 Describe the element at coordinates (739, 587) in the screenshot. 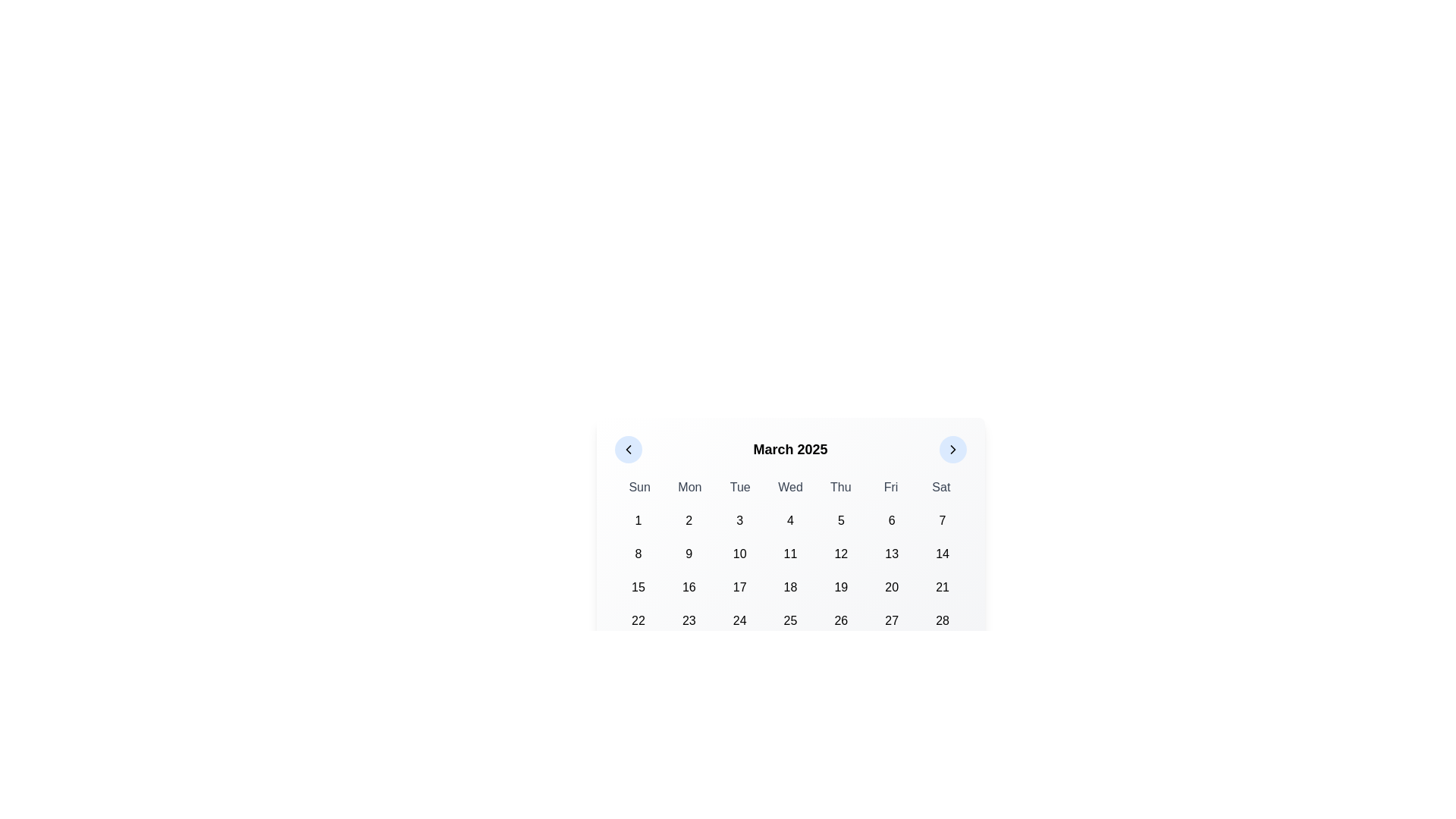

I see `the day selector button for the date '17' in the March 2025 calendar` at that location.